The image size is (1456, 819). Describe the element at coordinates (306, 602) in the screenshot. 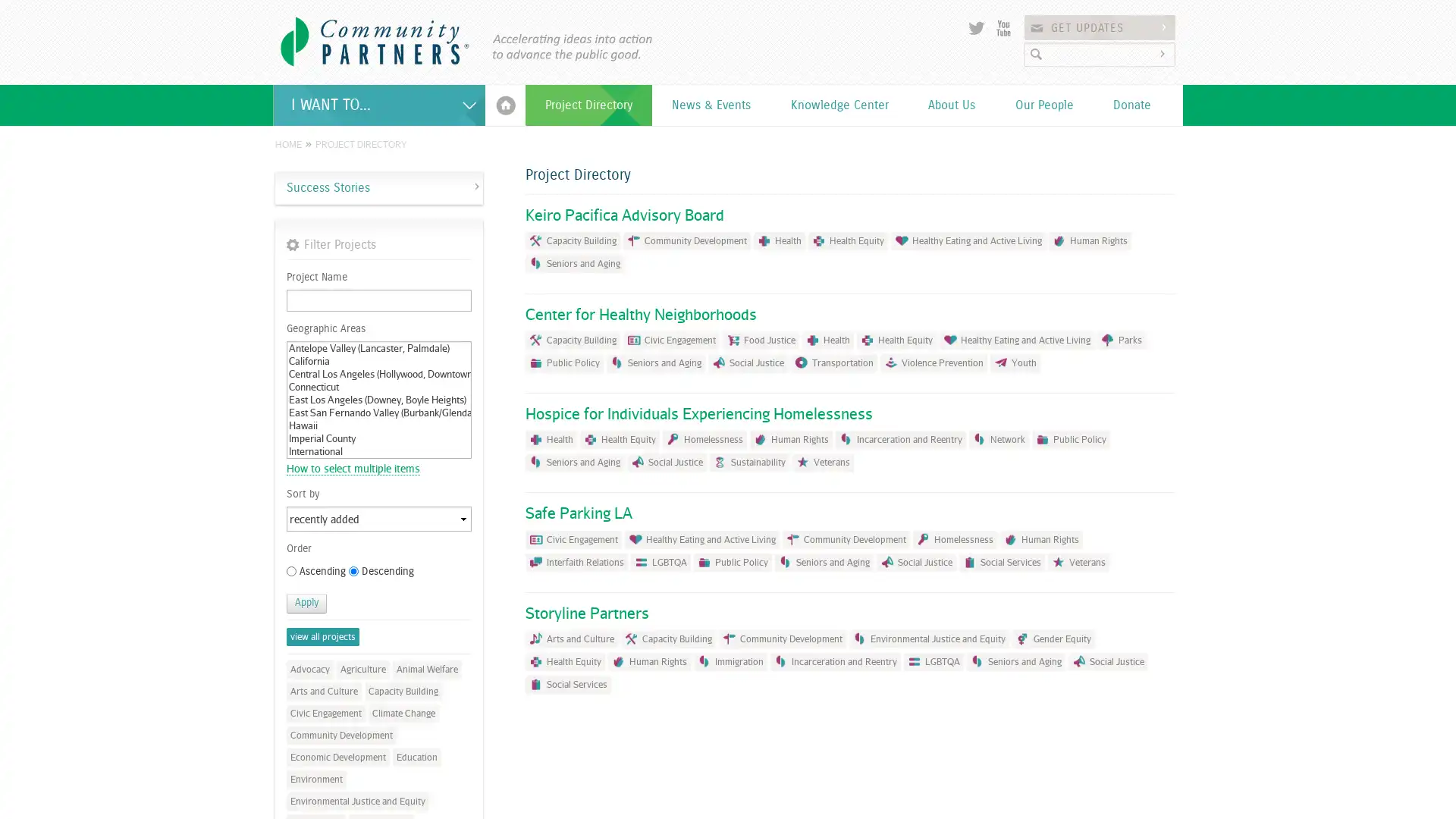

I see `Apply` at that location.